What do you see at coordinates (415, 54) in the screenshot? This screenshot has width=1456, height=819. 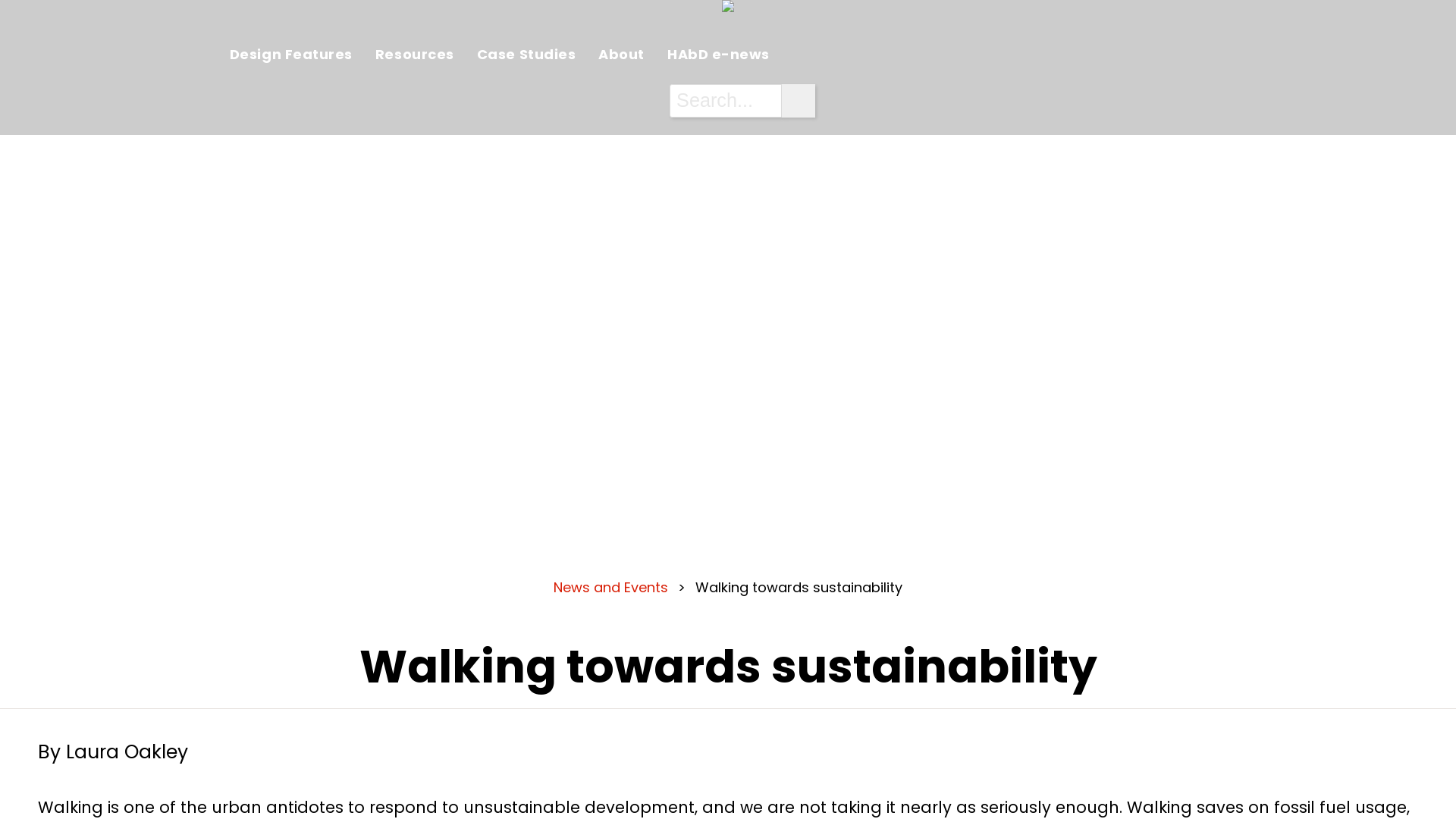 I see `'Resources'` at bounding box center [415, 54].